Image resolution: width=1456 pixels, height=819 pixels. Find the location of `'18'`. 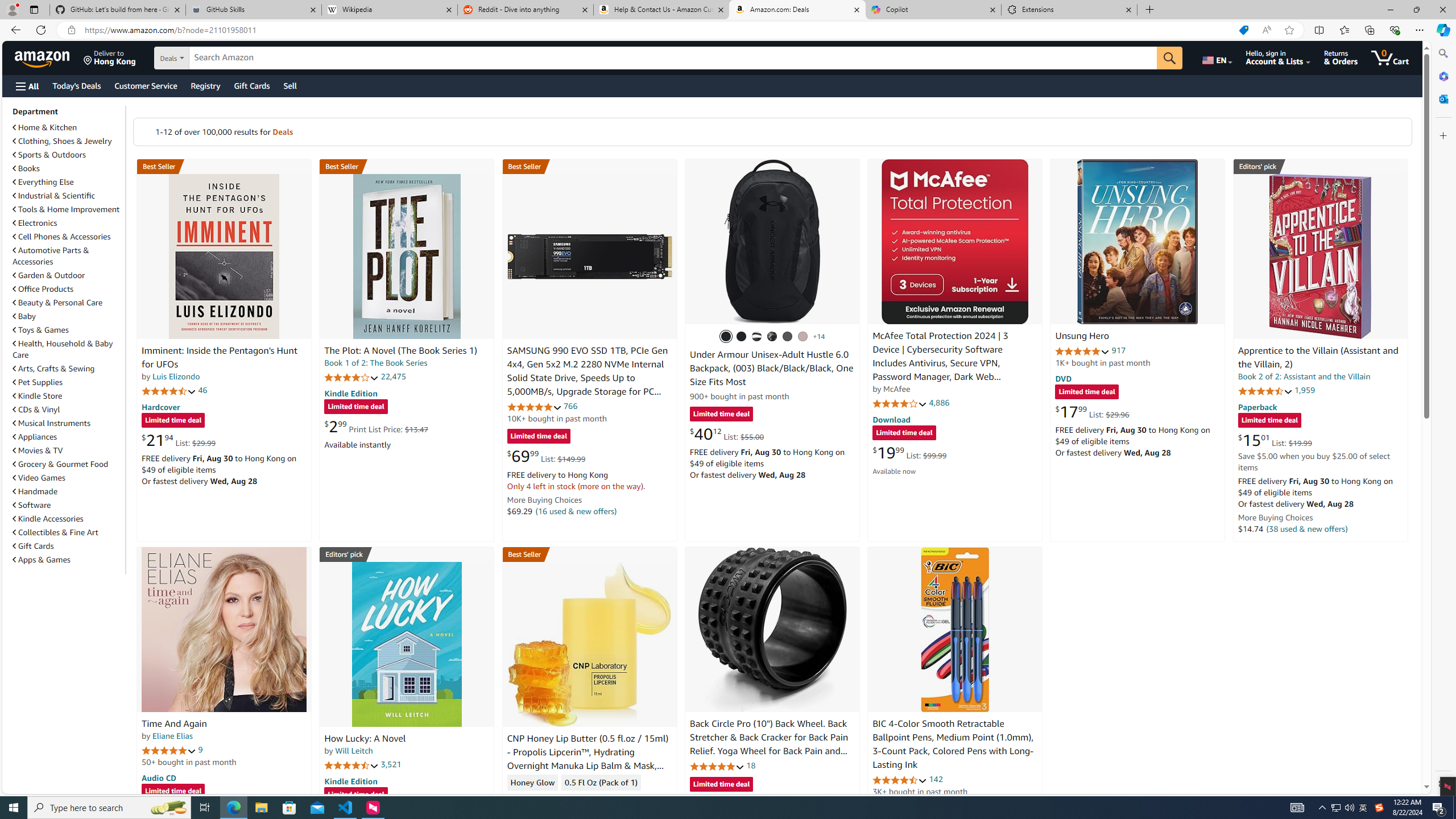

'18' is located at coordinates (750, 764).